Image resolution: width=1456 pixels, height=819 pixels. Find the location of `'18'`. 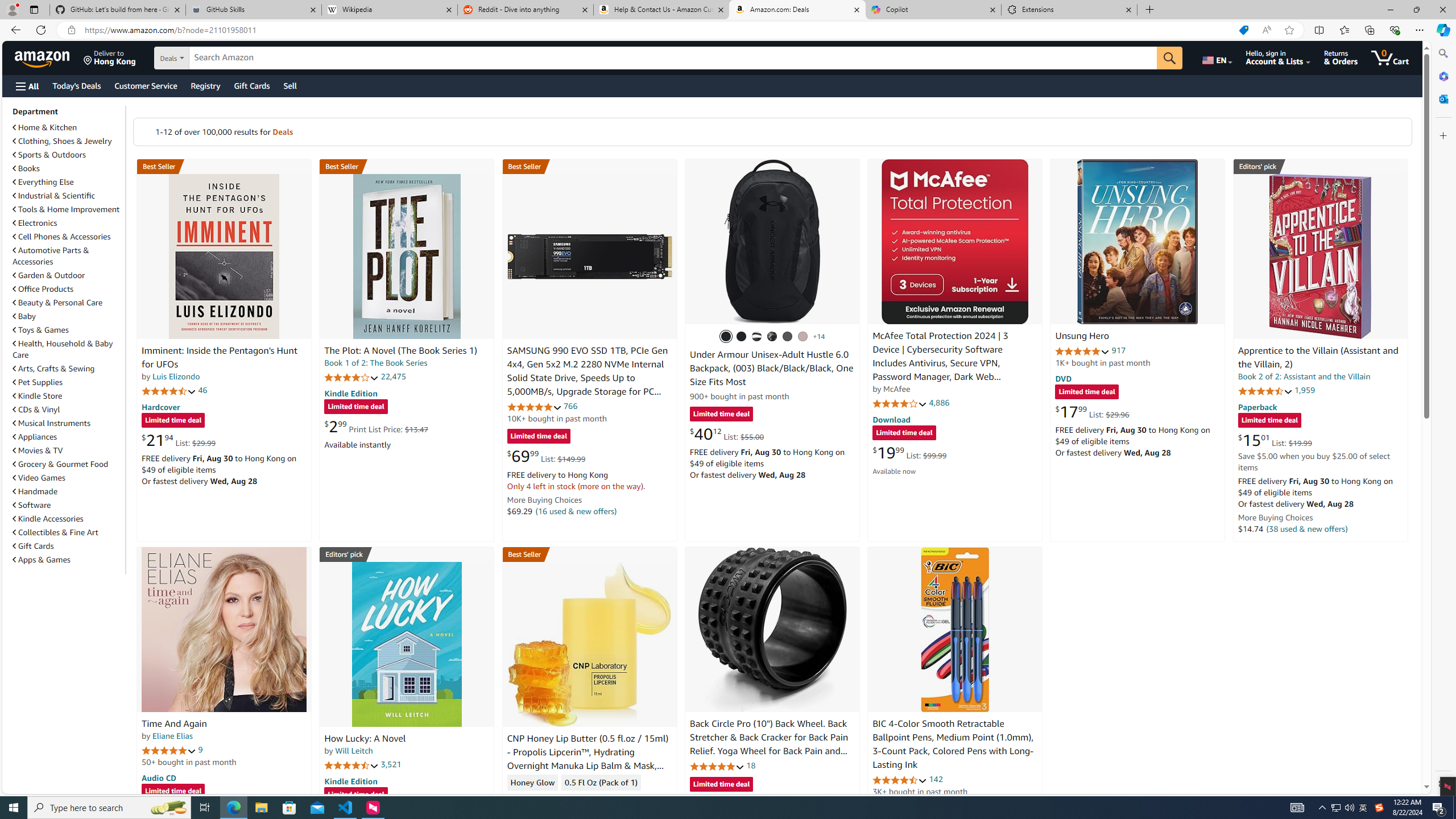

'18' is located at coordinates (750, 764).